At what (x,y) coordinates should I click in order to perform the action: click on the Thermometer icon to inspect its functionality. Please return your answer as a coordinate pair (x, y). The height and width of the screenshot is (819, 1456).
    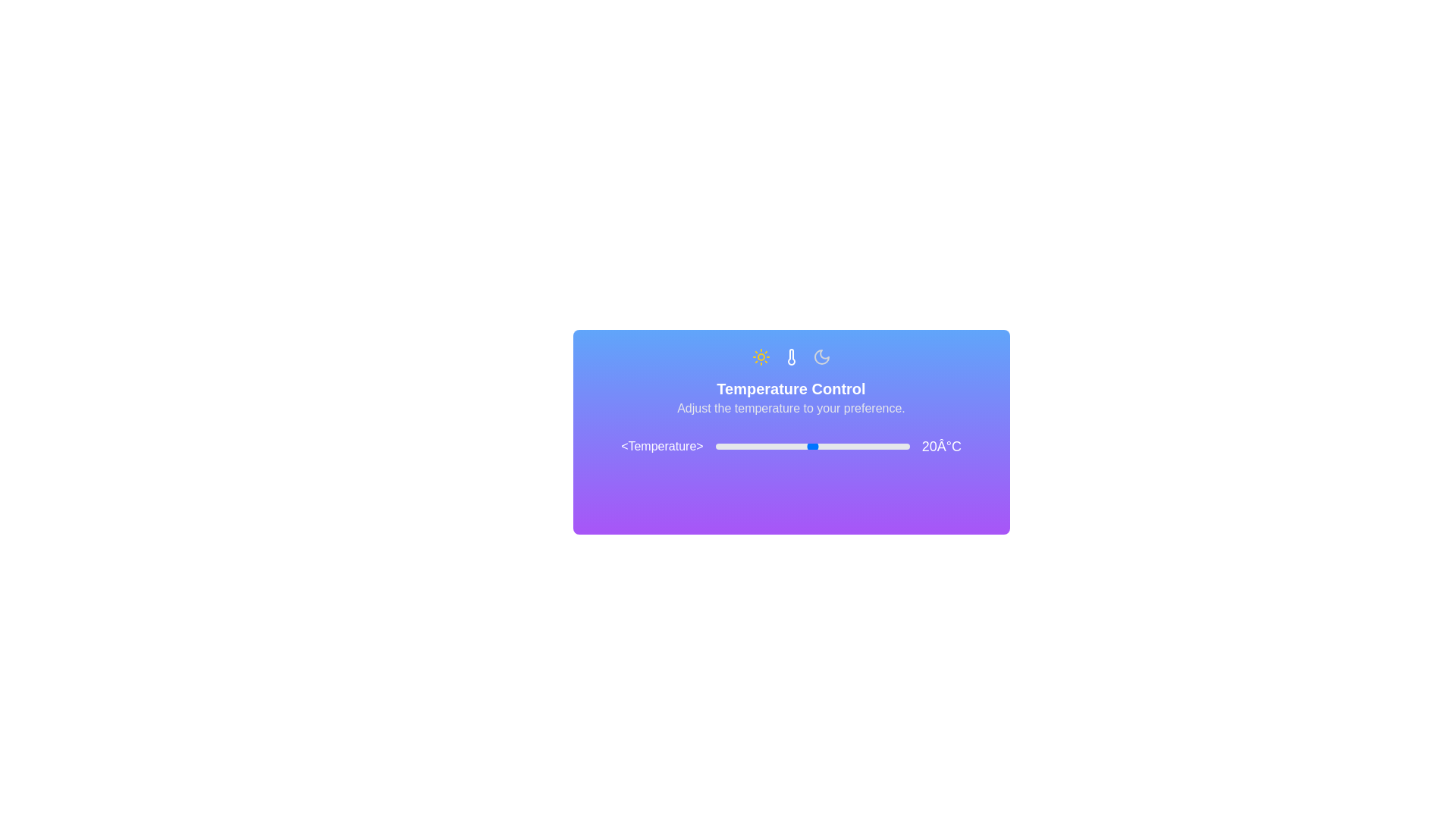
    Looking at the image, I should click on (790, 356).